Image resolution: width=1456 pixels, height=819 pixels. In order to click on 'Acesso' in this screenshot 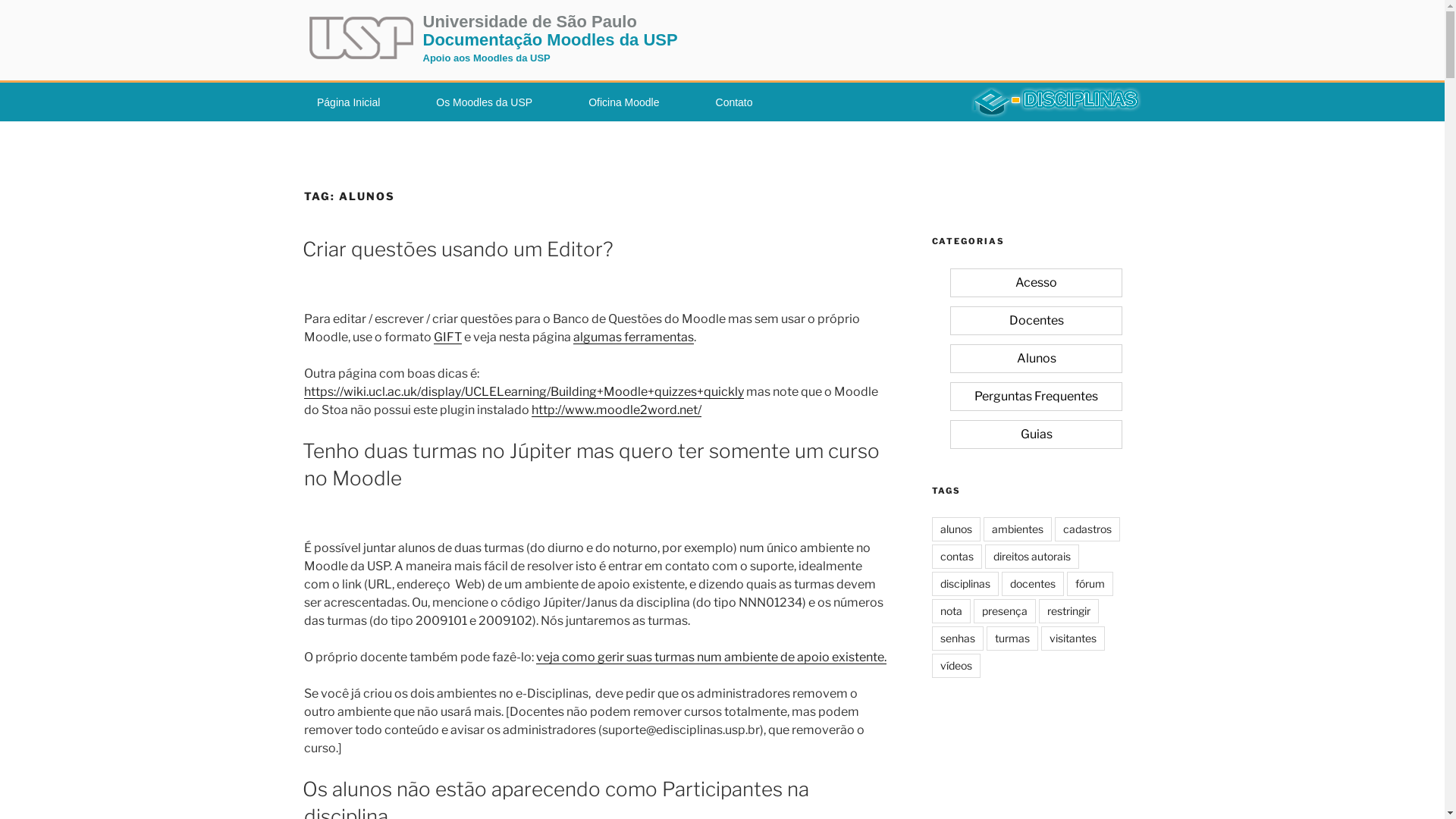, I will do `click(1035, 282)`.